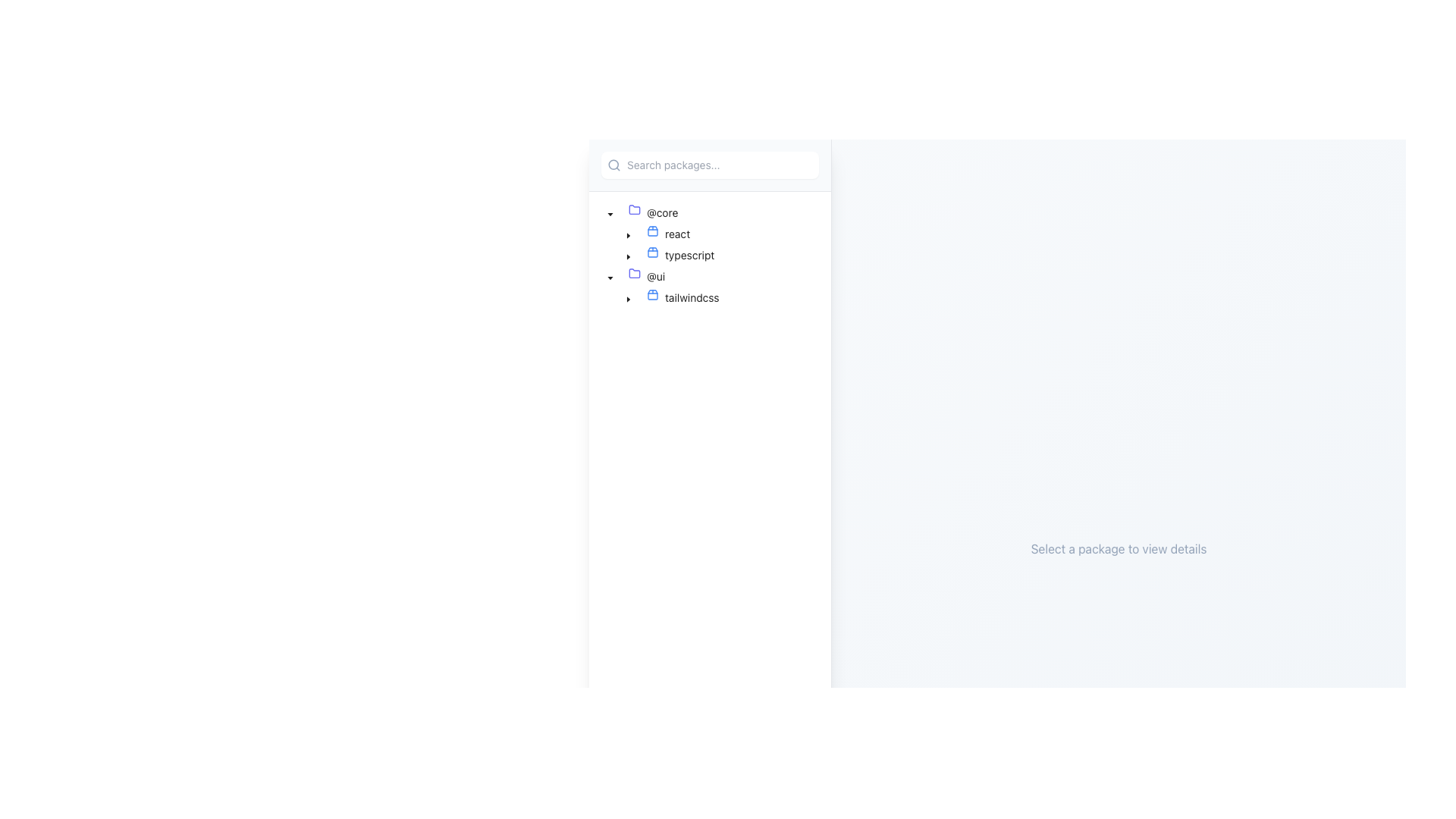 This screenshot has width=1456, height=819. I want to click on the blue package icon located next to the 'tailwindcss' text label, so click(655, 298).